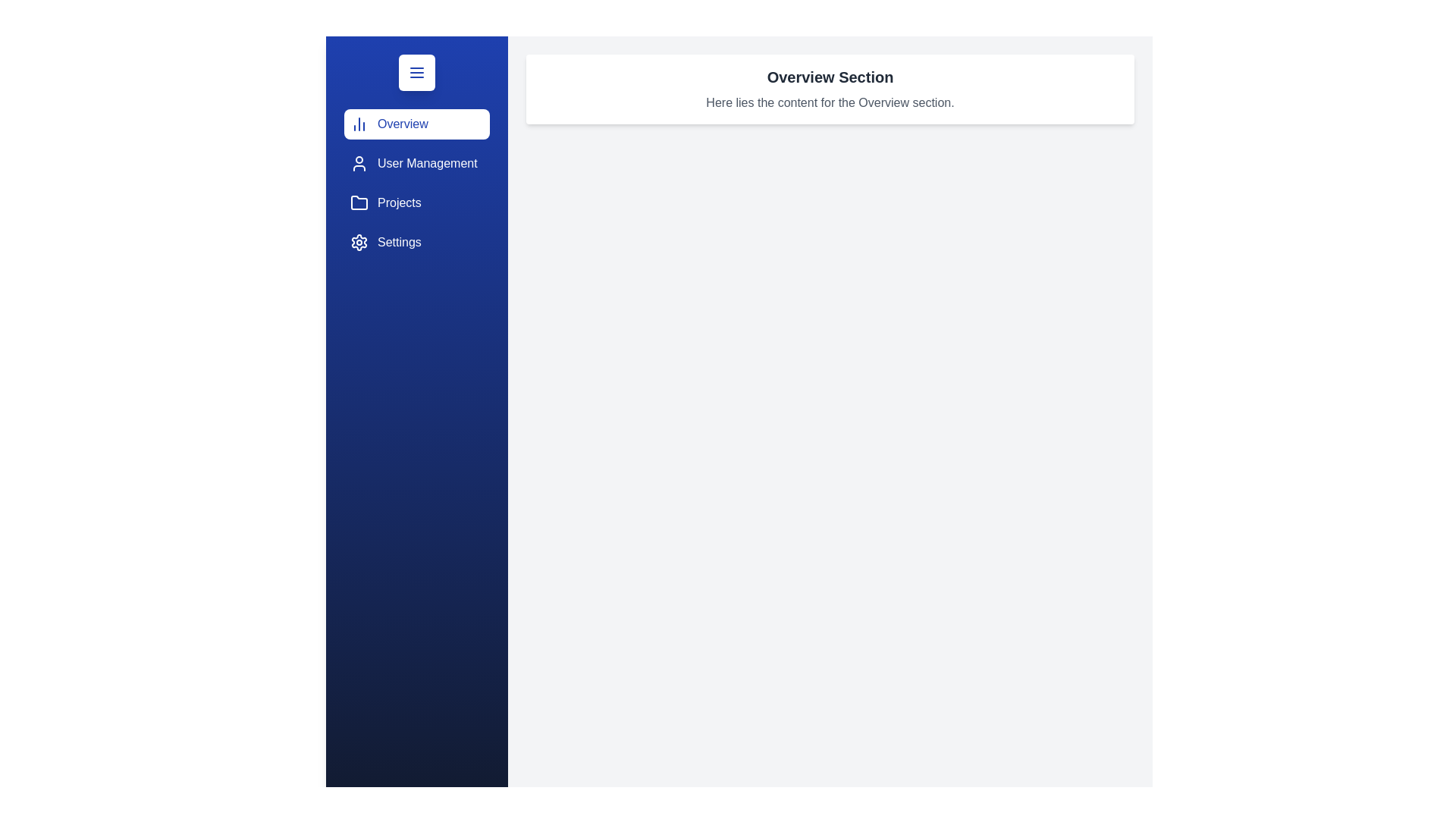  I want to click on the sidebar section User Management by clicking on its corresponding area, so click(417, 164).